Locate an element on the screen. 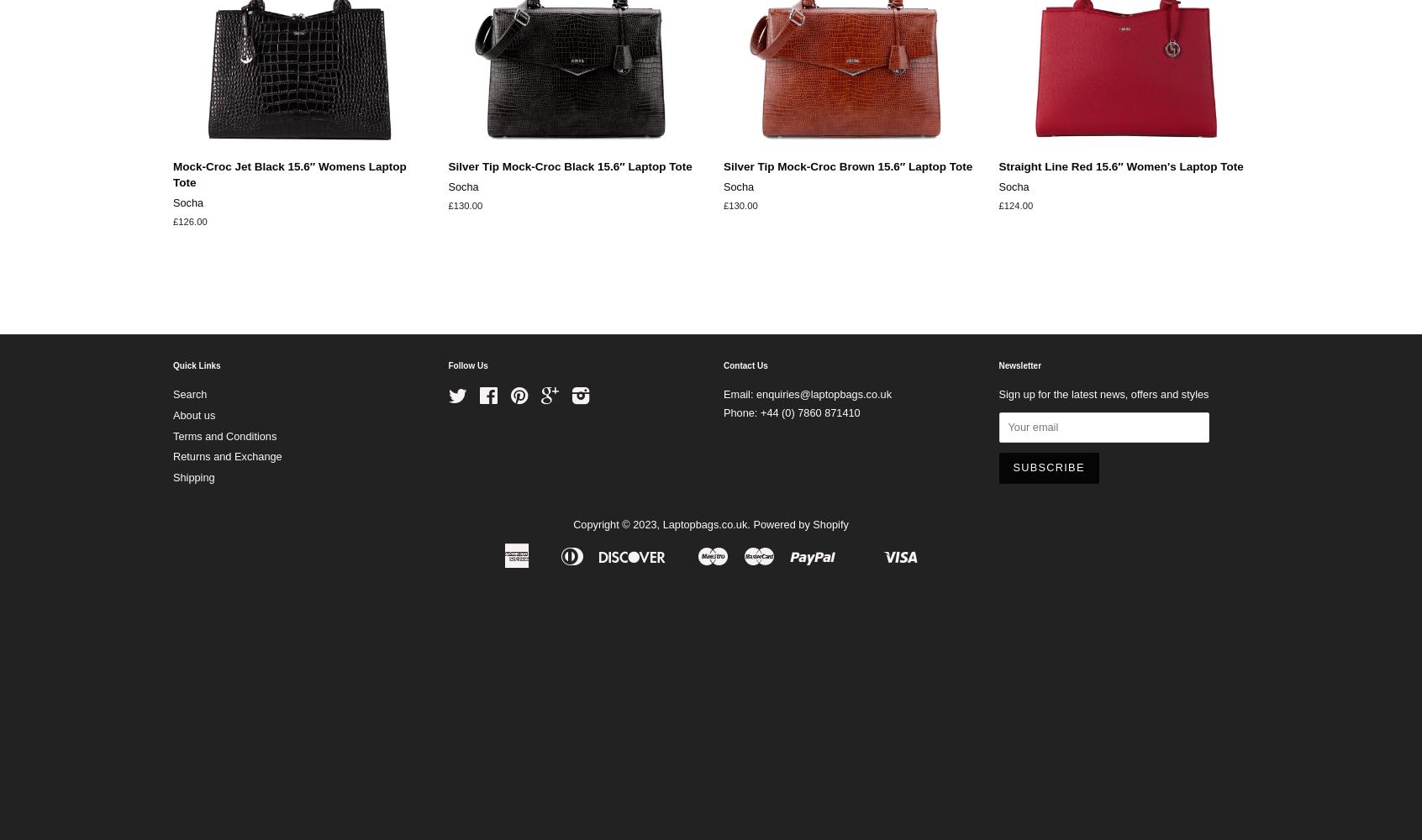 The image size is (1422, 840). 'Email: enquiries@laptopbags.co.uk' is located at coordinates (808, 392).